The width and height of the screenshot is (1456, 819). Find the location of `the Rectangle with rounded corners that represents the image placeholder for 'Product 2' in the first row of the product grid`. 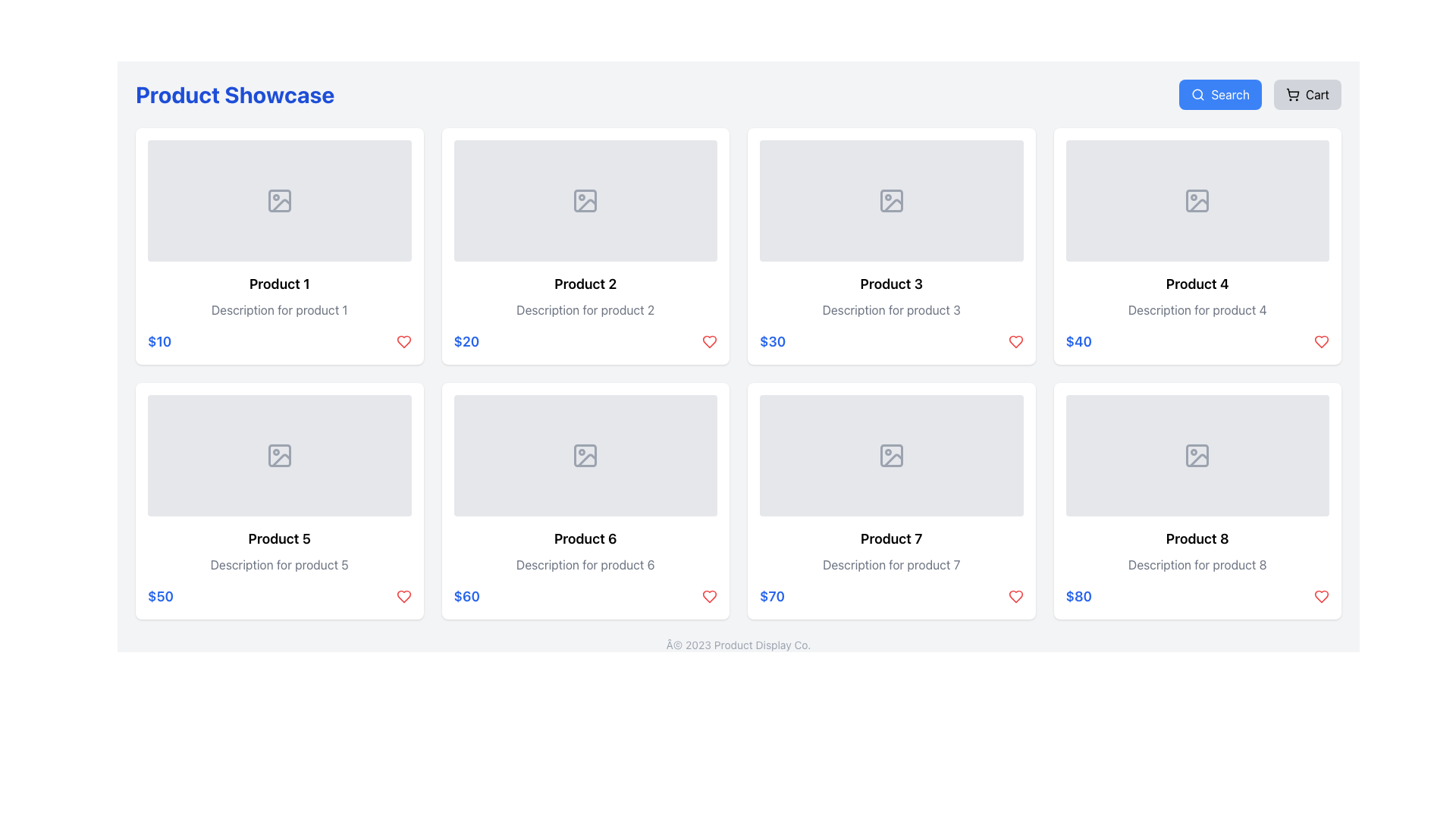

the Rectangle with rounded corners that represents the image placeholder for 'Product 2' in the first row of the product grid is located at coordinates (585, 200).